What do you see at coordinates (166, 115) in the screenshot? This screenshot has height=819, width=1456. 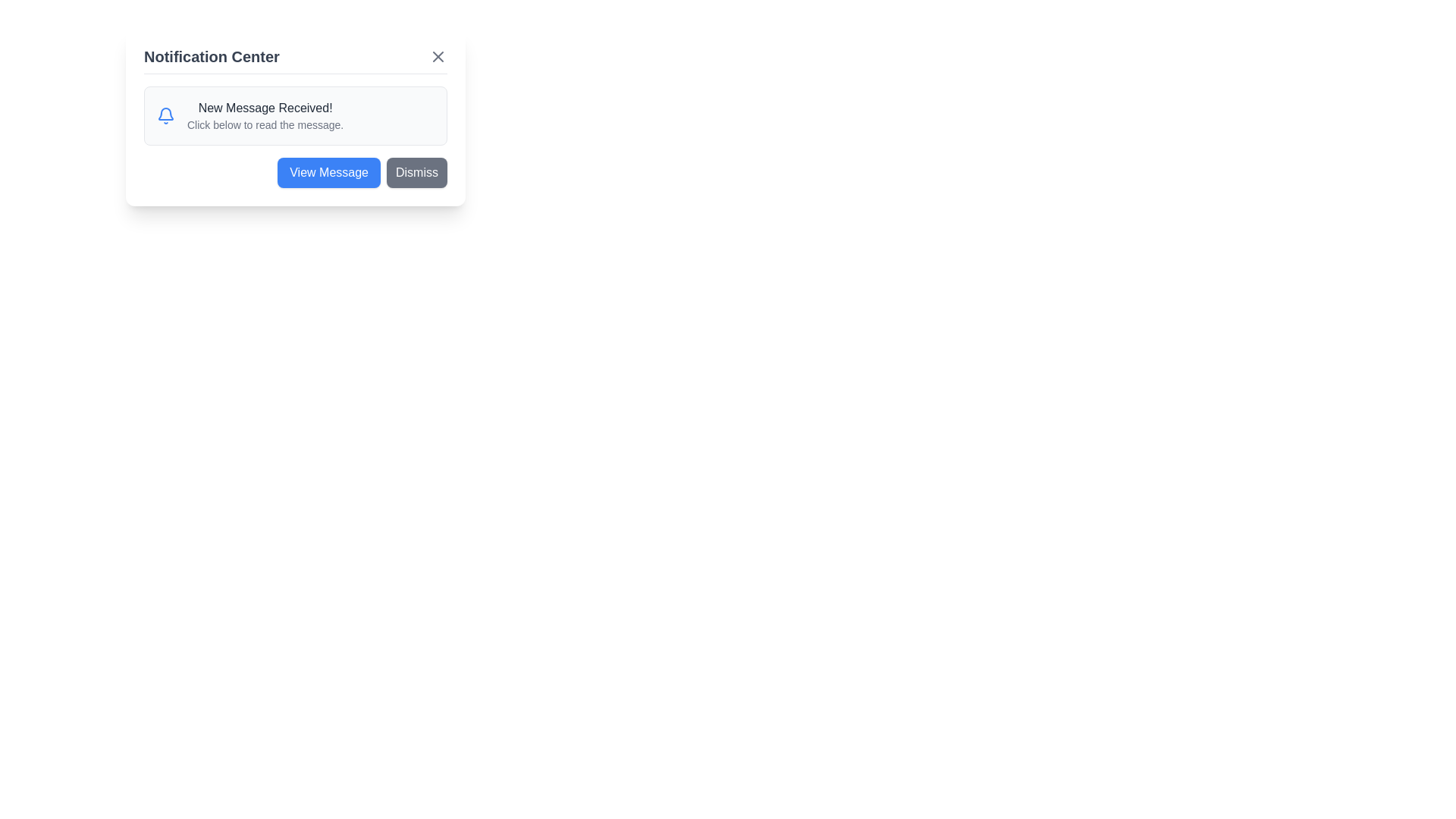 I see `the notification indicator bell icon located to the left of the 'New Message Received!' message within the notification card` at bounding box center [166, 115].